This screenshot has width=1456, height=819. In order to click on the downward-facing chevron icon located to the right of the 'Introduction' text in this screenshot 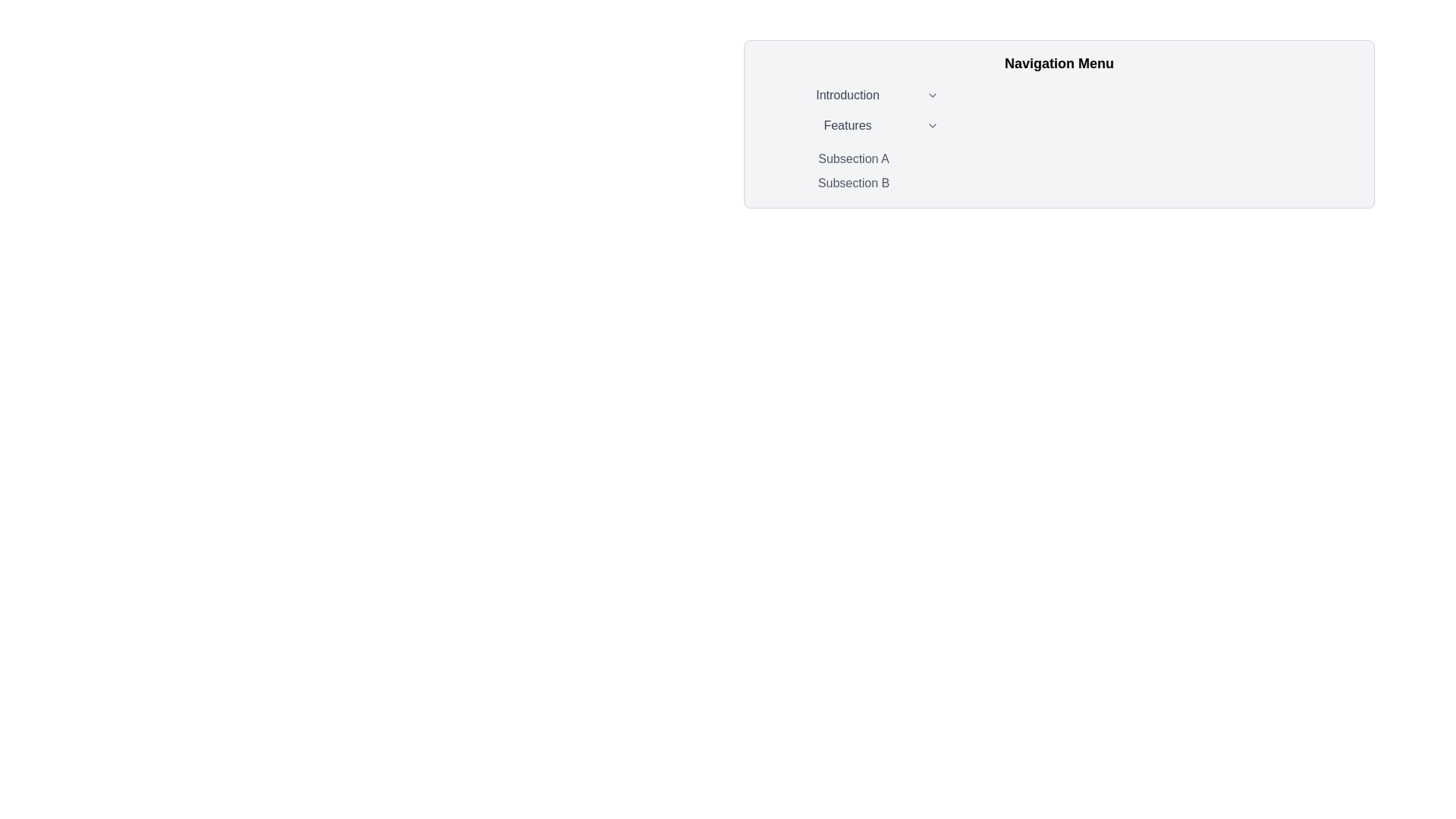, I will do `click(931, 96)`.